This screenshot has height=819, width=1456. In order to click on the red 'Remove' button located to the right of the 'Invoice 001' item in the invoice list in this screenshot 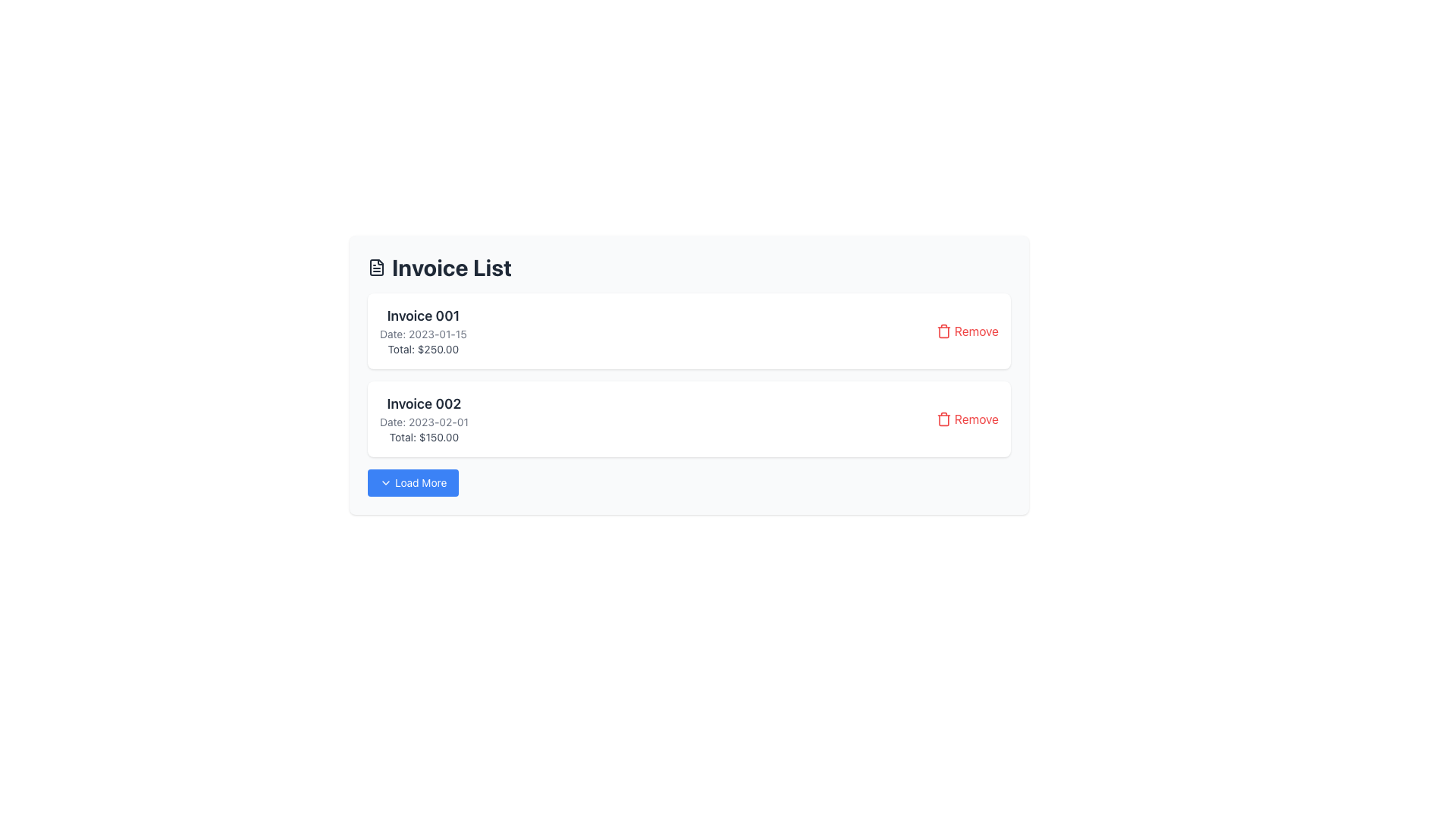, I will do `click(967, 330)`.